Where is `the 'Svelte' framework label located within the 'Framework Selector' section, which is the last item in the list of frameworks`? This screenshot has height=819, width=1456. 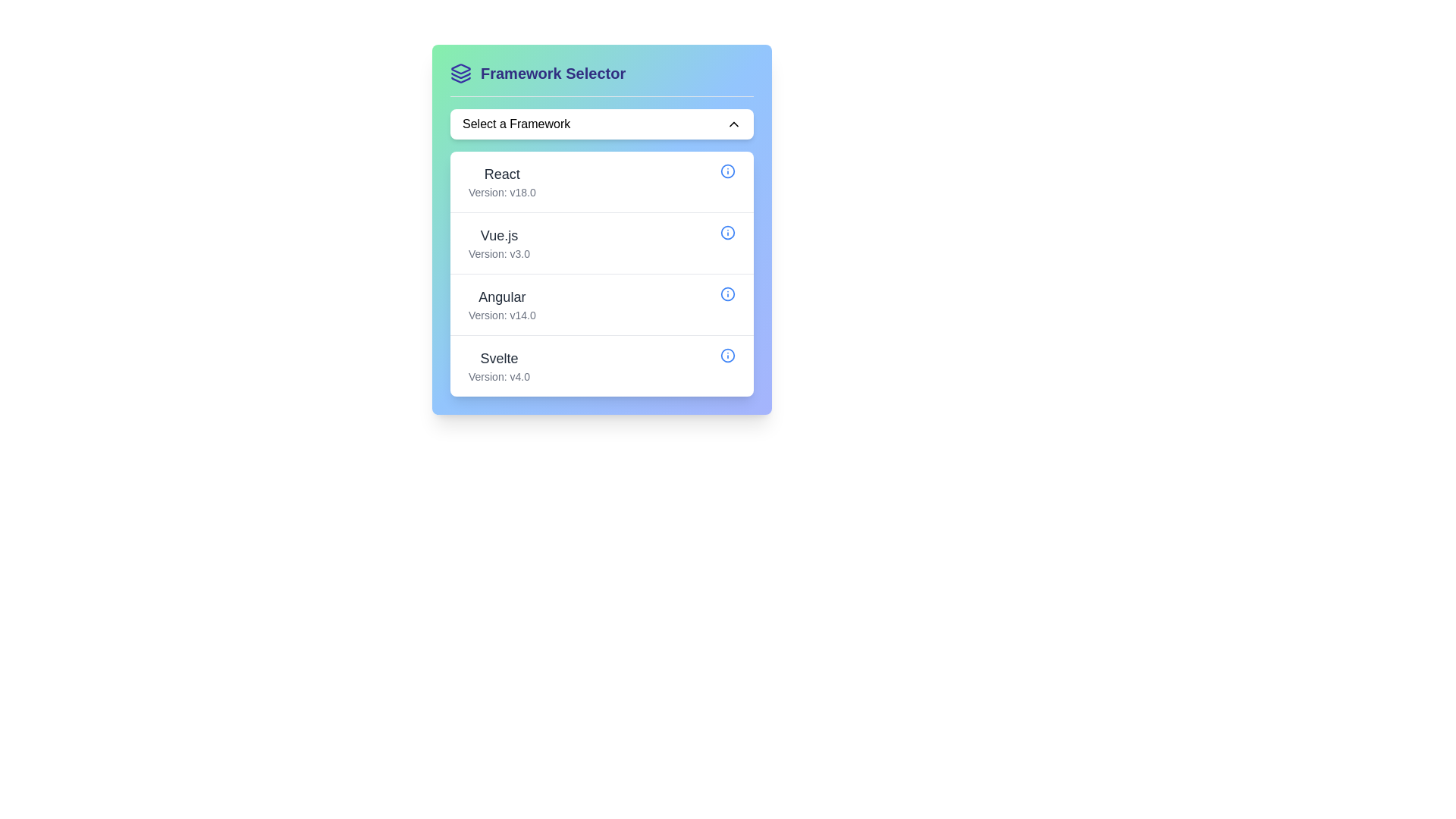 the 'Svelte' framework label located within the 'Framework Selector' section, which is the last item in the list of frameworks is located at coordinates (499, 359).